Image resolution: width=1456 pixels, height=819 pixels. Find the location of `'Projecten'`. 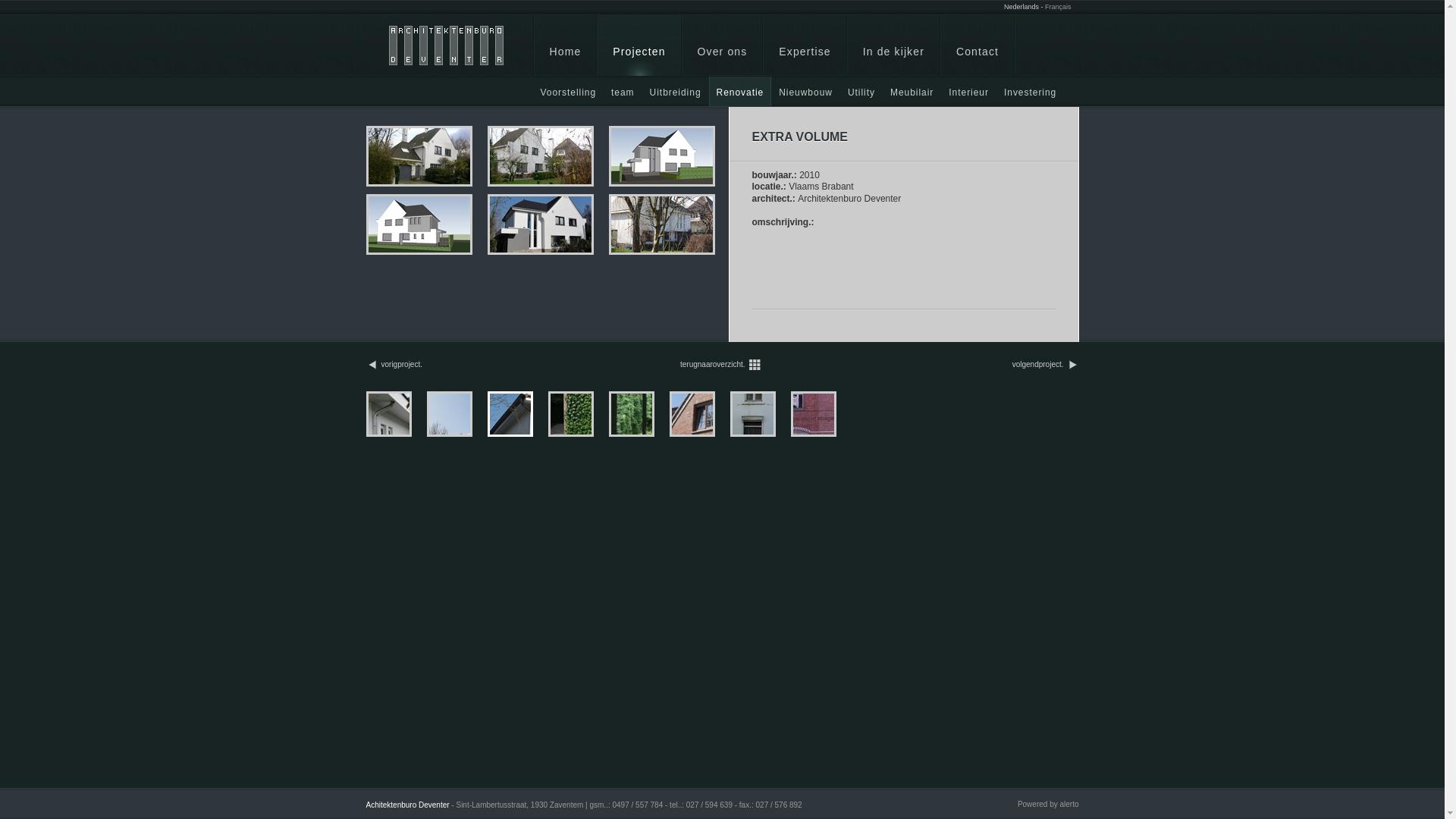

'Projecten' is located at coordinates (639, 45).